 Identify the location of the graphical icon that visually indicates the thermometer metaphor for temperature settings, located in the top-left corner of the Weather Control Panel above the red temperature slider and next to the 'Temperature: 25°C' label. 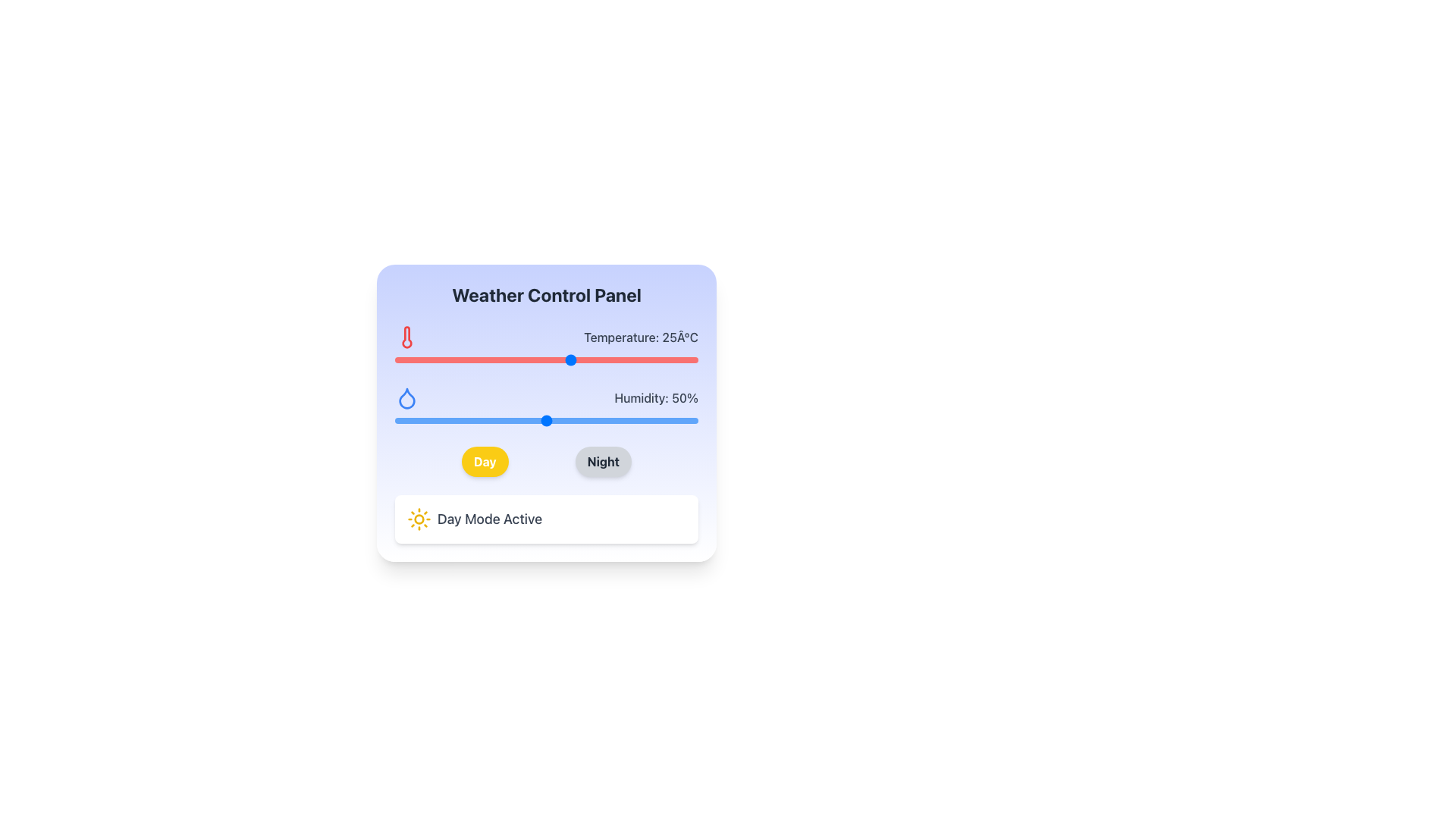
(407, 336).